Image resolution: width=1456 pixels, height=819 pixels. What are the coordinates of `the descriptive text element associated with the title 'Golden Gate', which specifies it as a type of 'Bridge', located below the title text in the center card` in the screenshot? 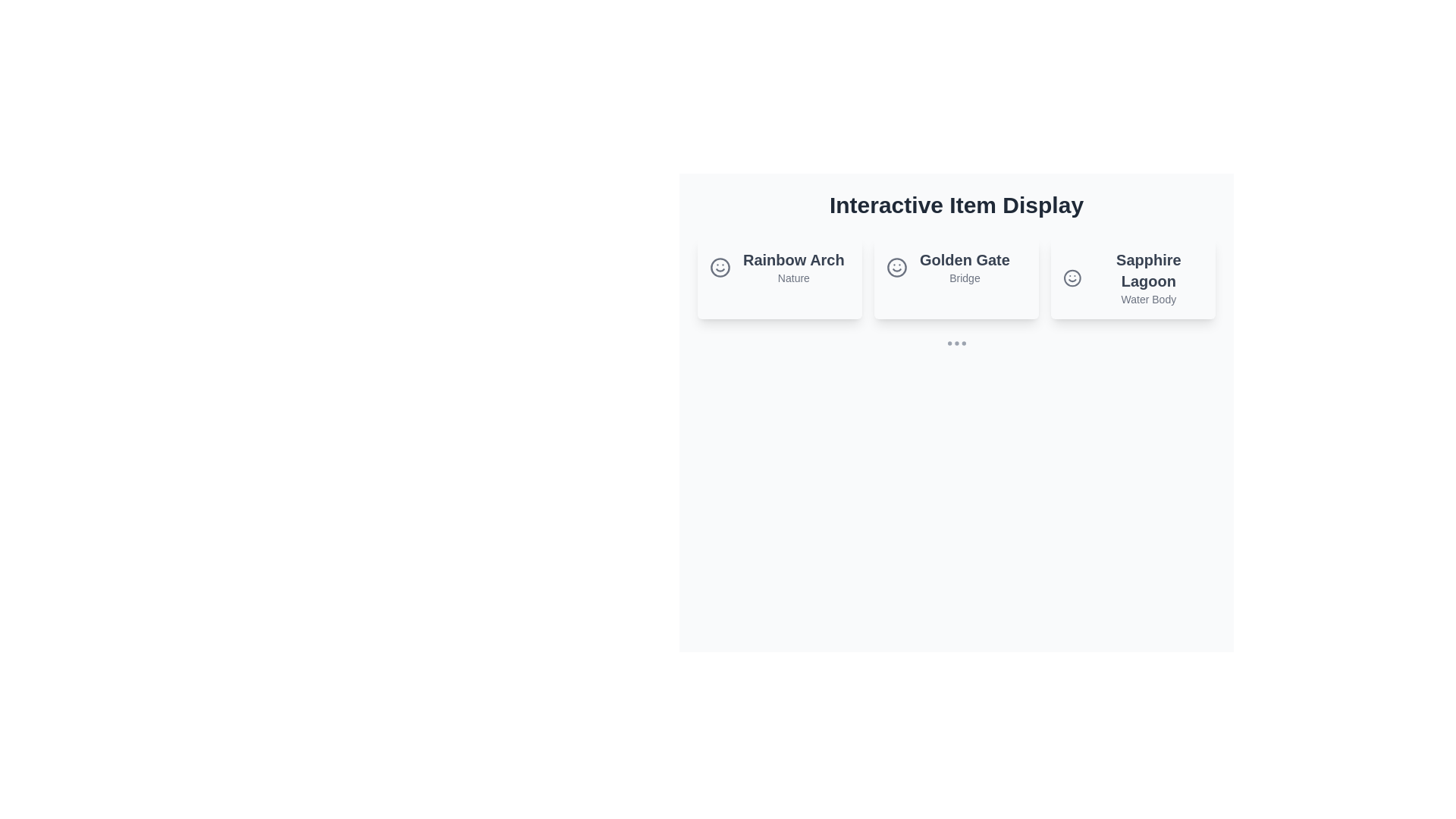 It's located at (964, 278).